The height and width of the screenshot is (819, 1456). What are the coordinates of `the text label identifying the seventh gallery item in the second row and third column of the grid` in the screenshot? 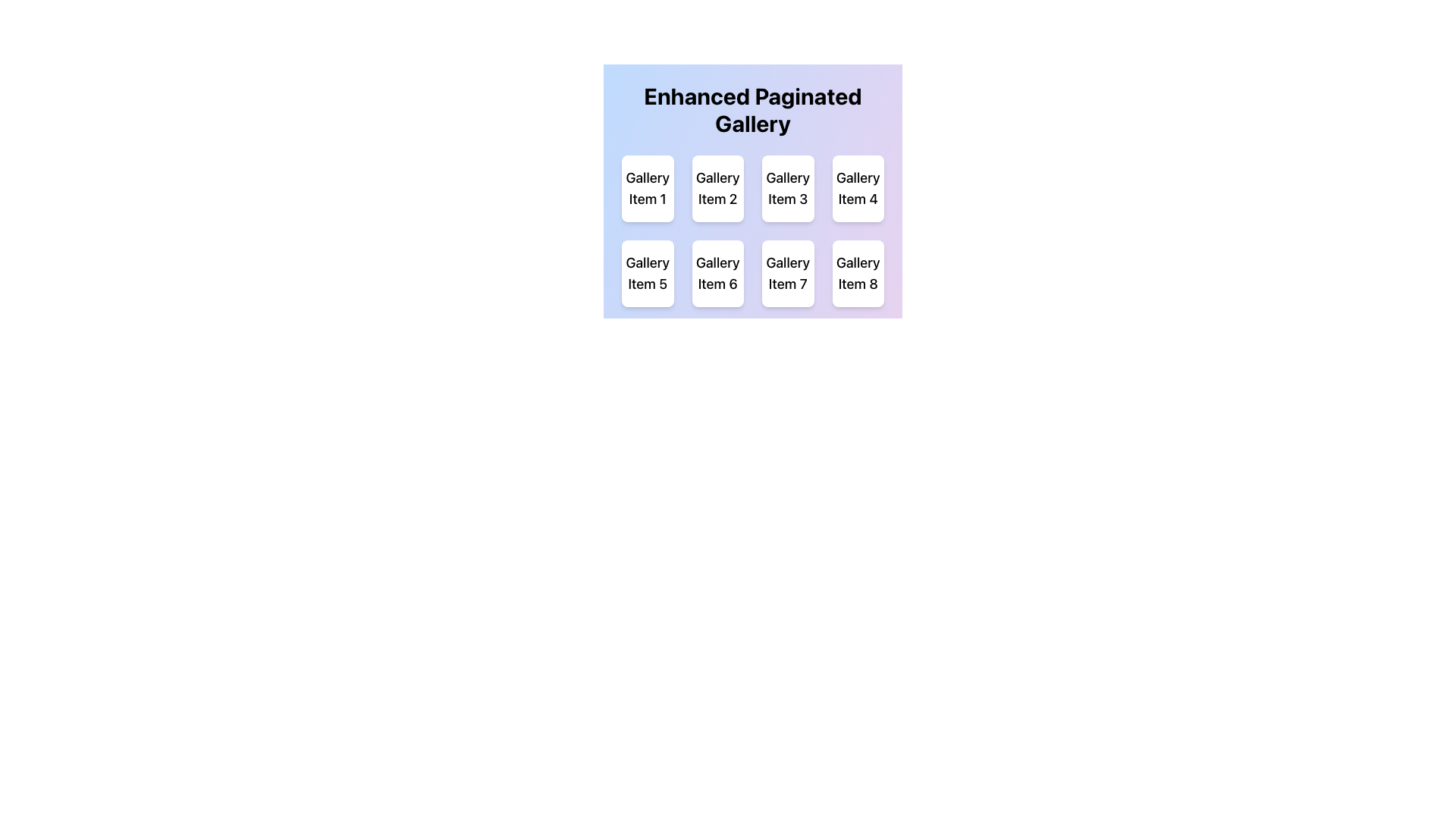 It's located at (788, 274).